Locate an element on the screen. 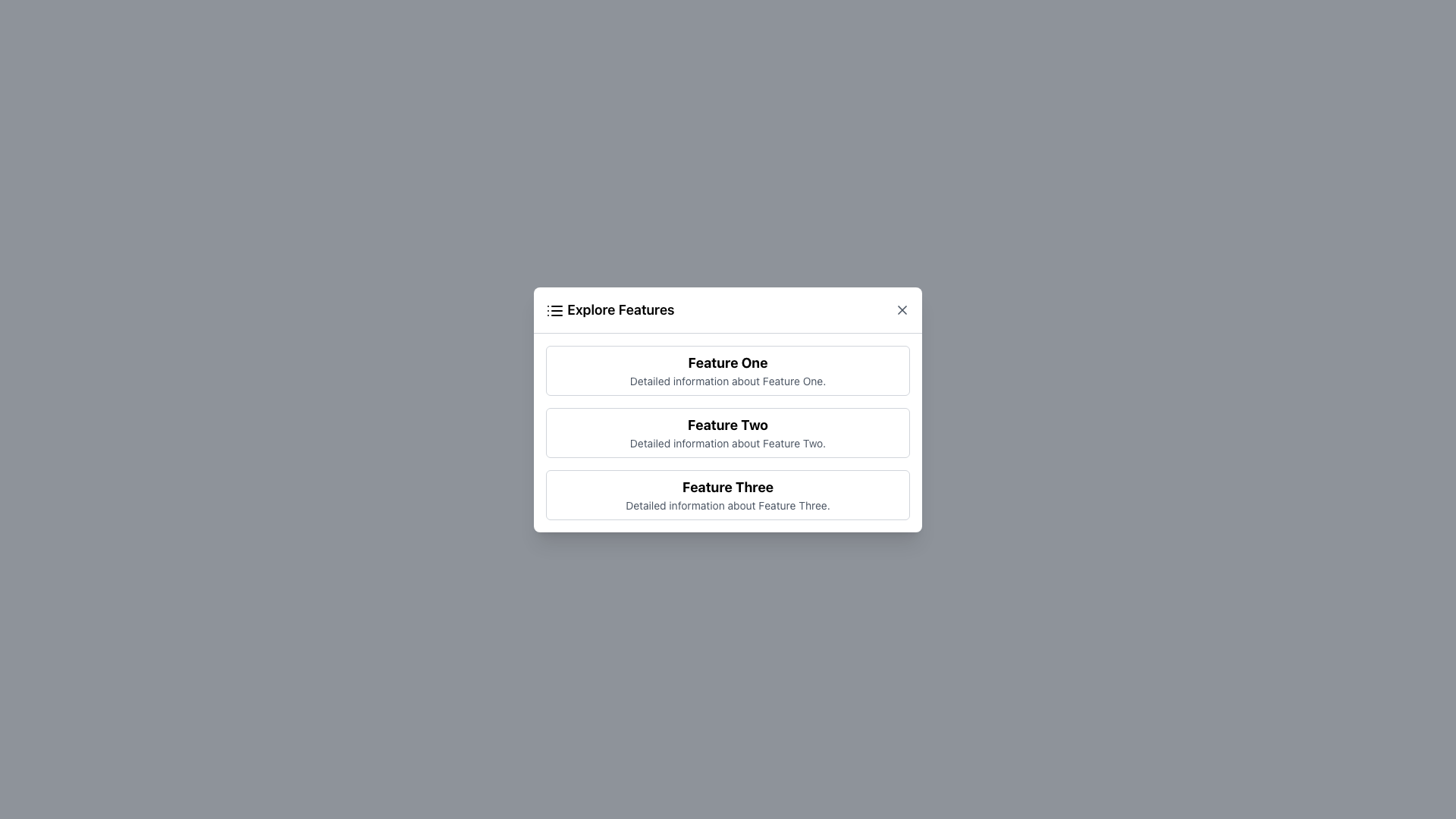  the List component that presents detailed entries for 'Feature One,' 'Feature Two,' and 'Feature Three' within the 'Explore Features' section is located at coordinates (728, 432).